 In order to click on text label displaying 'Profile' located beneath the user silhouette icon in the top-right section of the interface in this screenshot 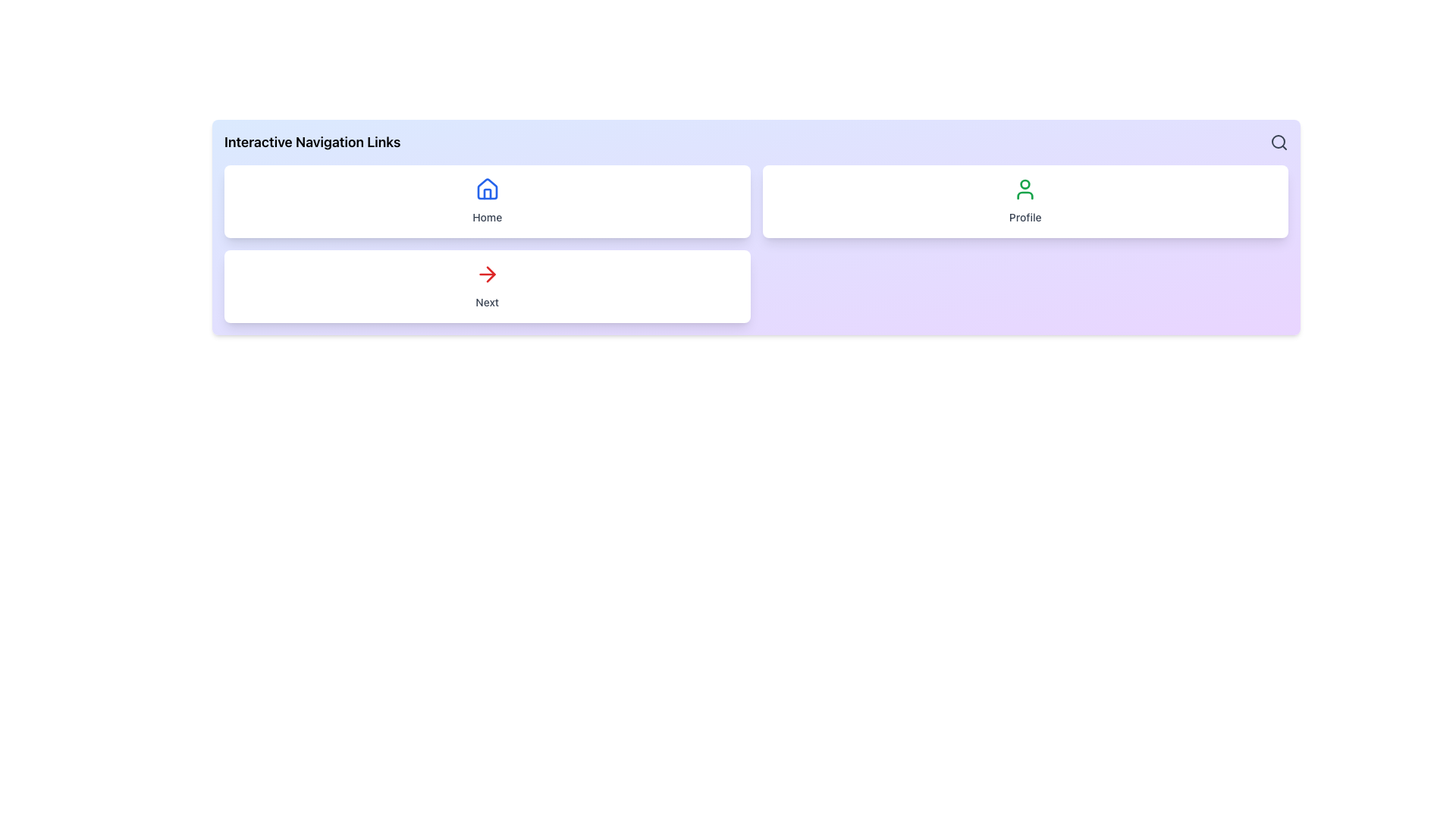, I will do `click(1025, 217)`.